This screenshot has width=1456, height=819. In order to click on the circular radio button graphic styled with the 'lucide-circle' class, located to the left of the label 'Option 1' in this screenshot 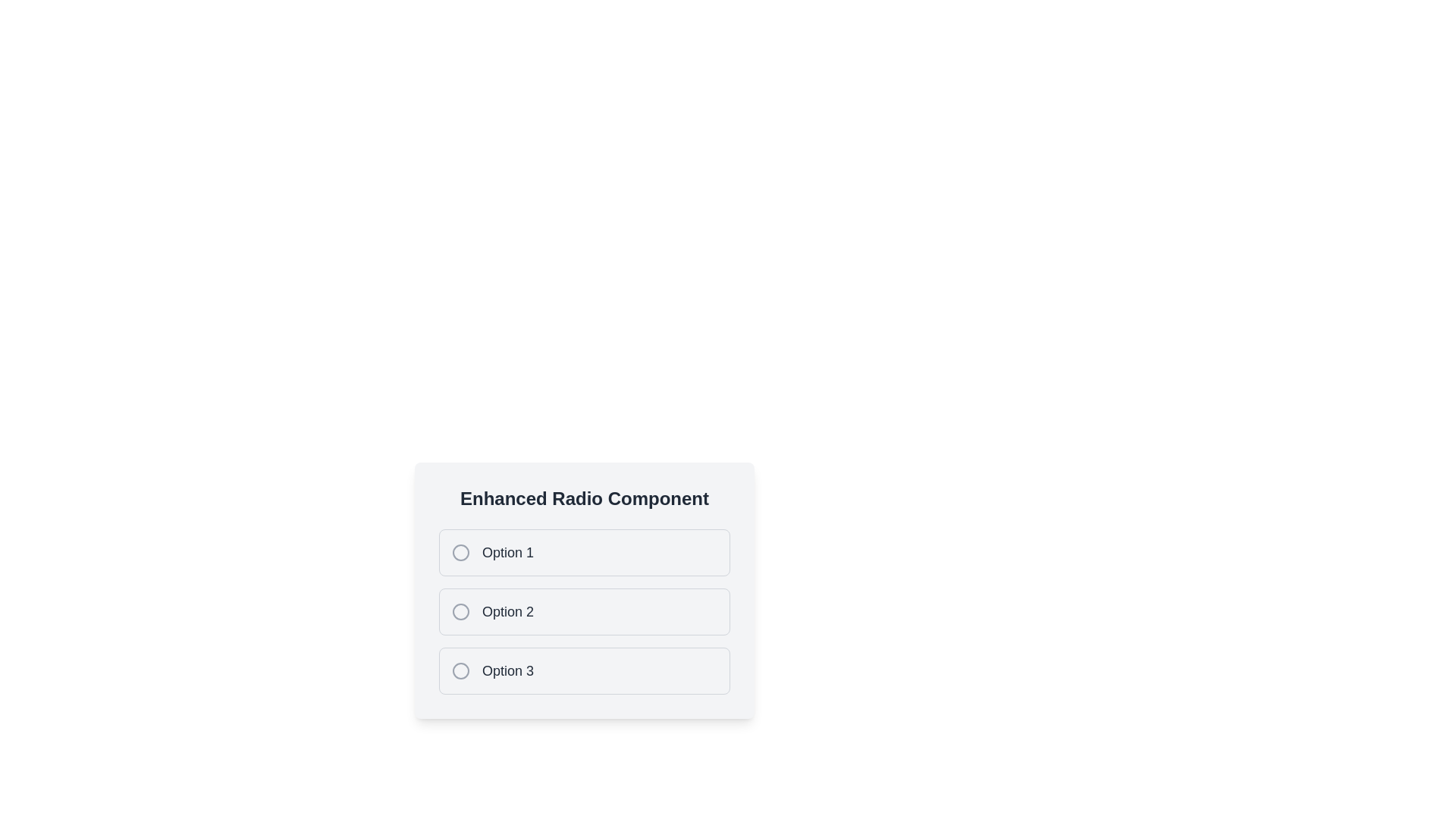, I will do `click(460, 553)`.